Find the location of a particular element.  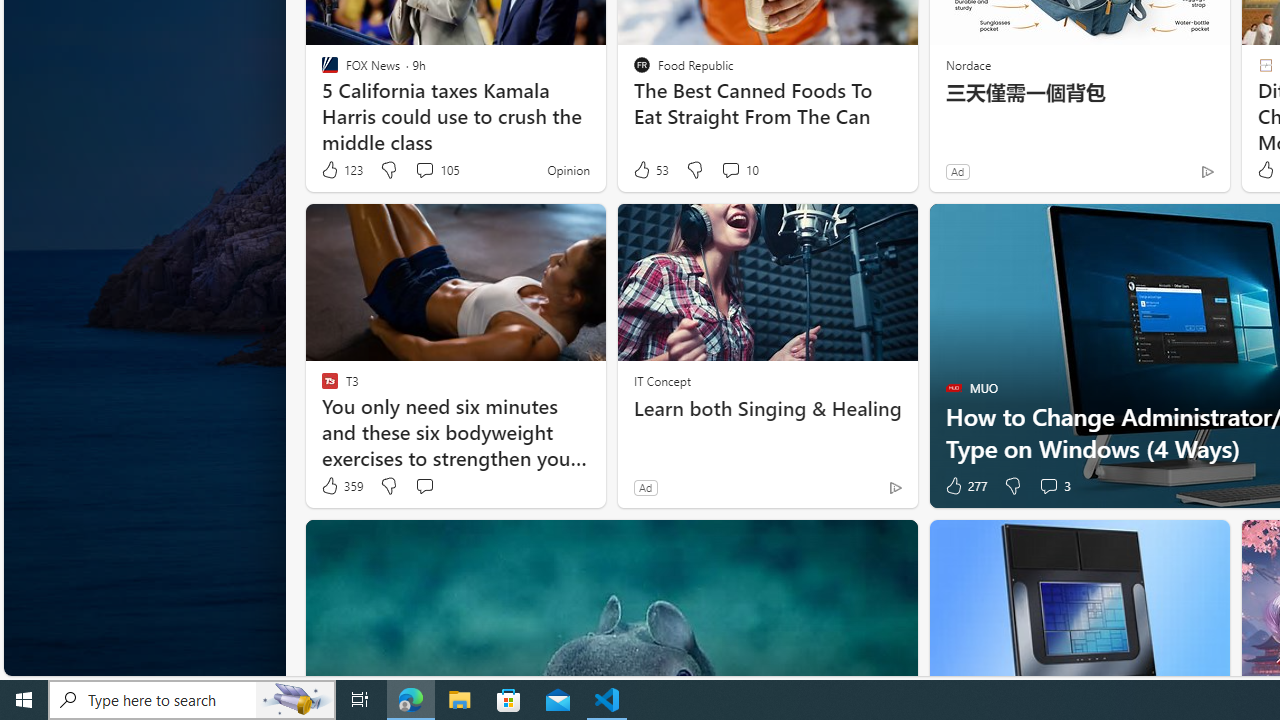

'View comments 10 Comment' is located at coordinates (738, 169).